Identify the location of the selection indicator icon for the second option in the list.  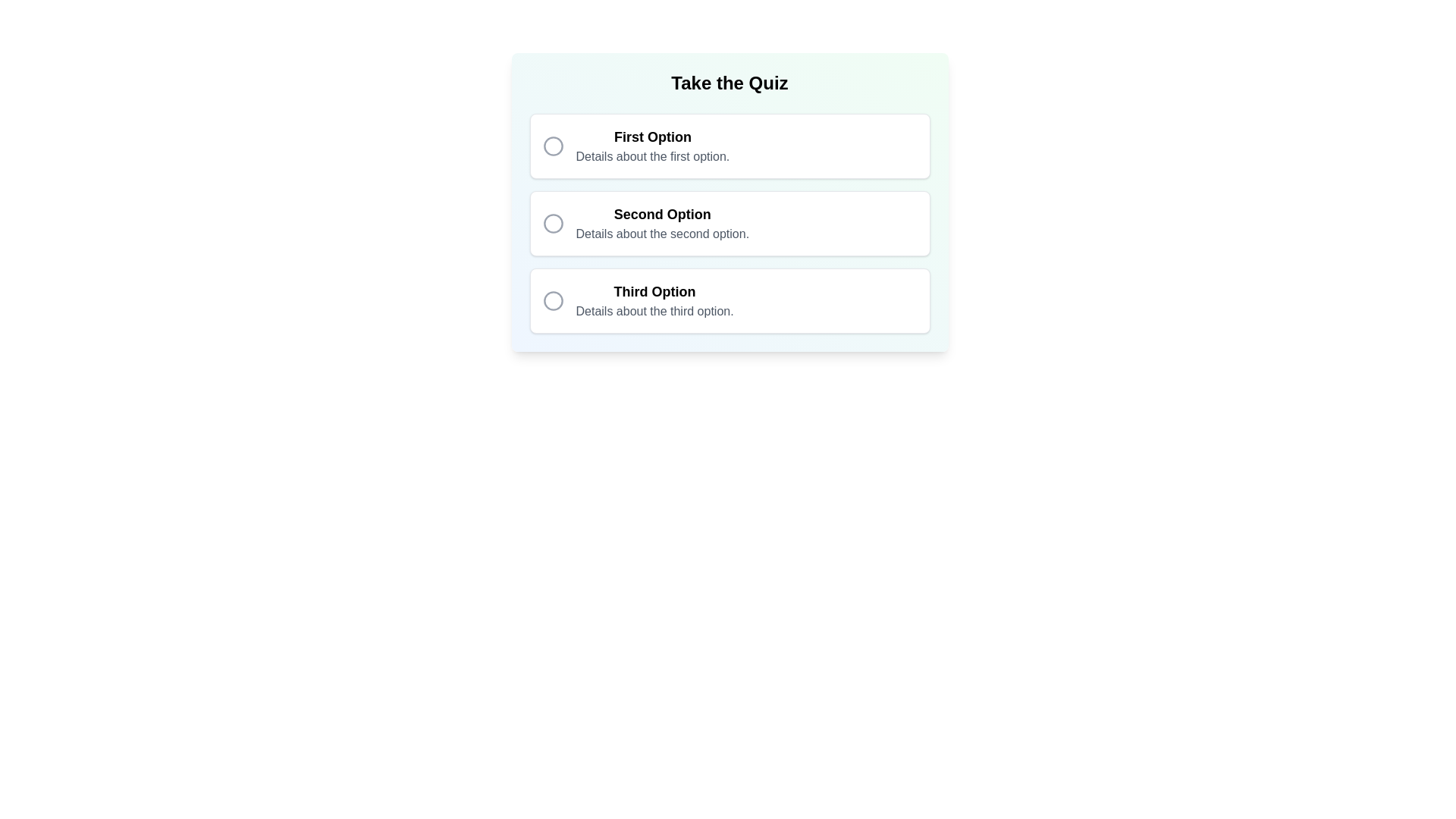
(552, 223).